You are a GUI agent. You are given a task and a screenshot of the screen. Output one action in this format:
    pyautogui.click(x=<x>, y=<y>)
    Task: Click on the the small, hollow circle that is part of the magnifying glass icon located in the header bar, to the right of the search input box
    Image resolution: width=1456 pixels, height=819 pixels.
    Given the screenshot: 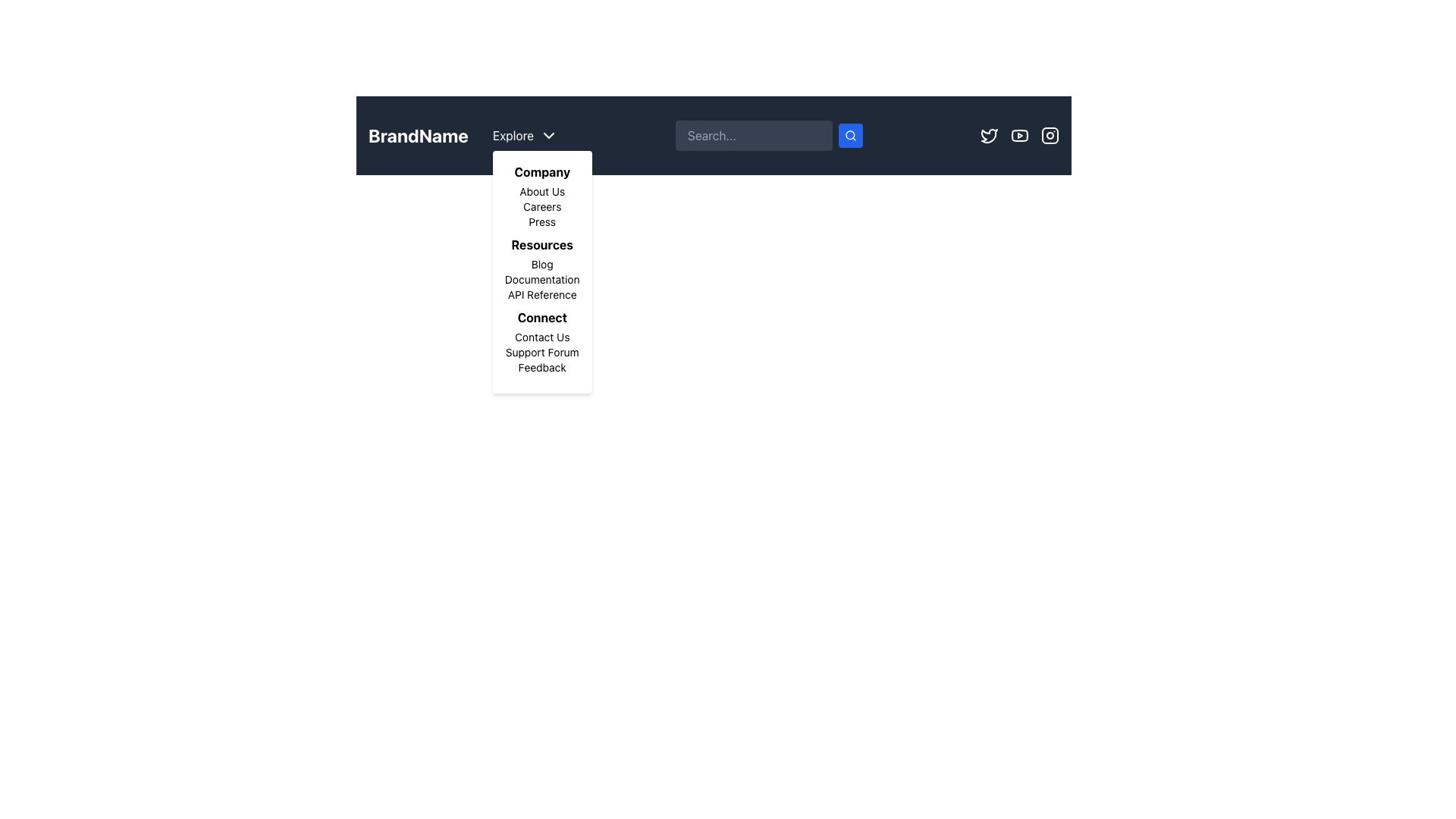 What is the action you would take?
    pyautogui.click(x=850, y=134)
    